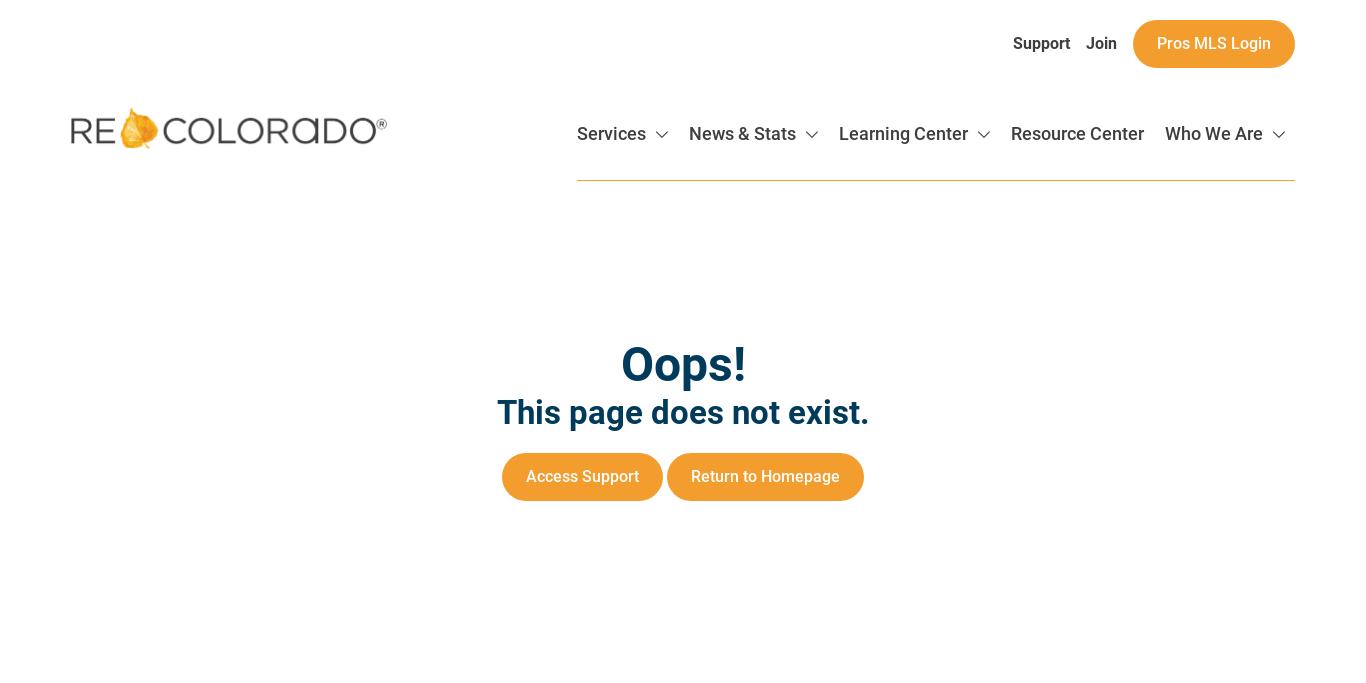 Image resolution: width=1366 pixels, height=683 pixels. I want to click on 'Data Delivery', so click(597, 251).